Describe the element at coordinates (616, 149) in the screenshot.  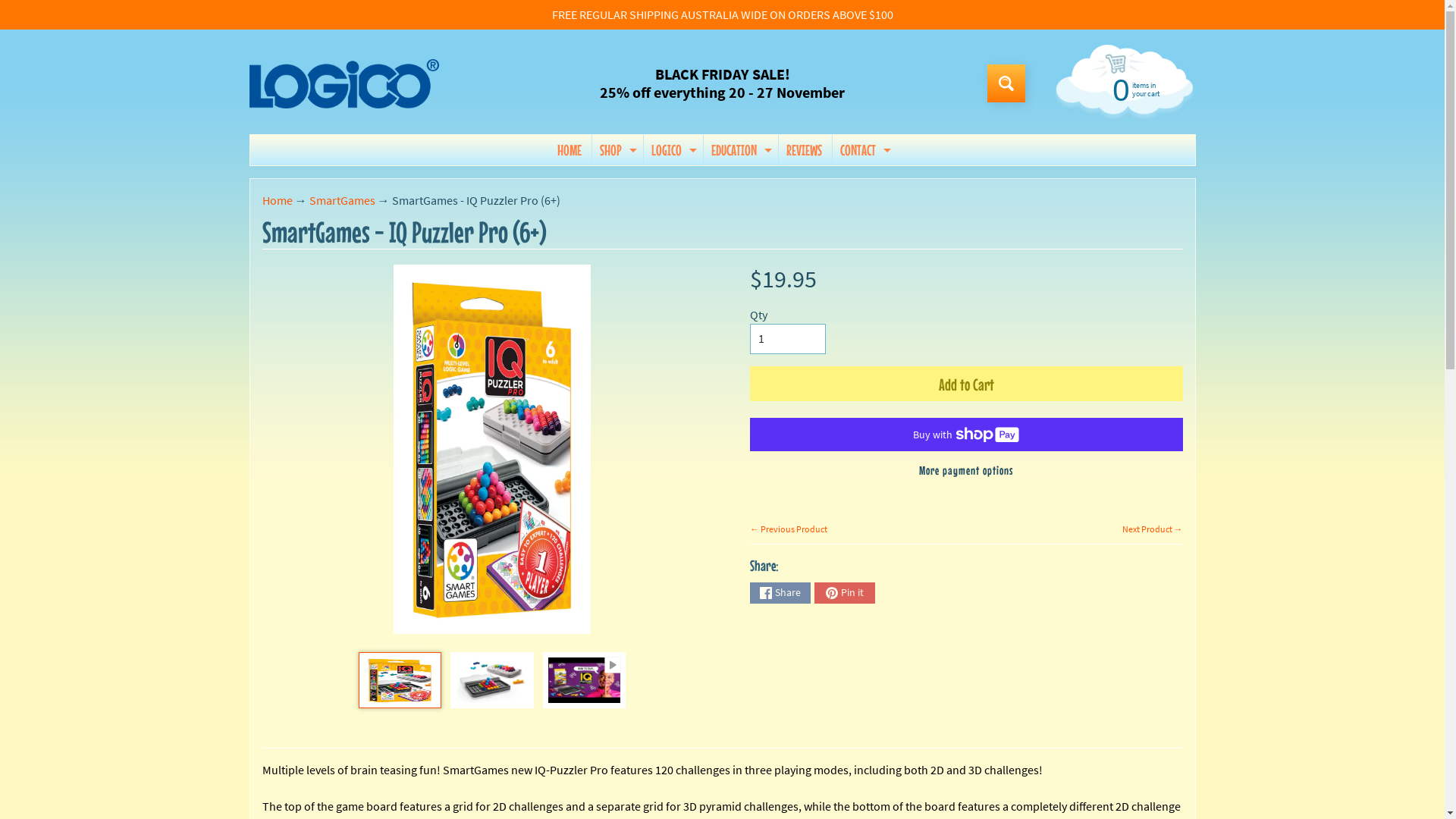
I see `'SHOP` at that location.